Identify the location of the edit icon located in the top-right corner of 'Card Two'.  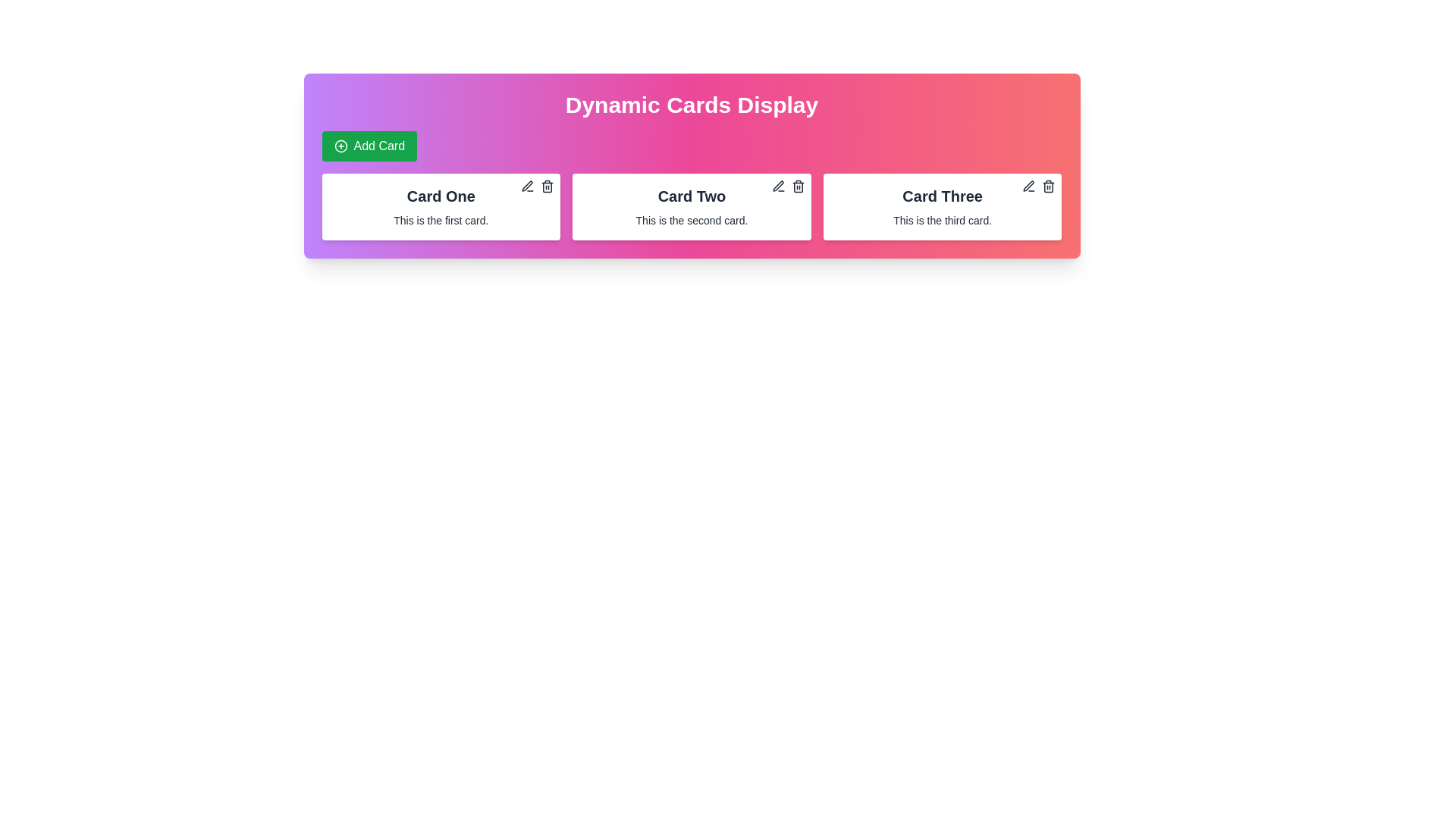
(788, 186).